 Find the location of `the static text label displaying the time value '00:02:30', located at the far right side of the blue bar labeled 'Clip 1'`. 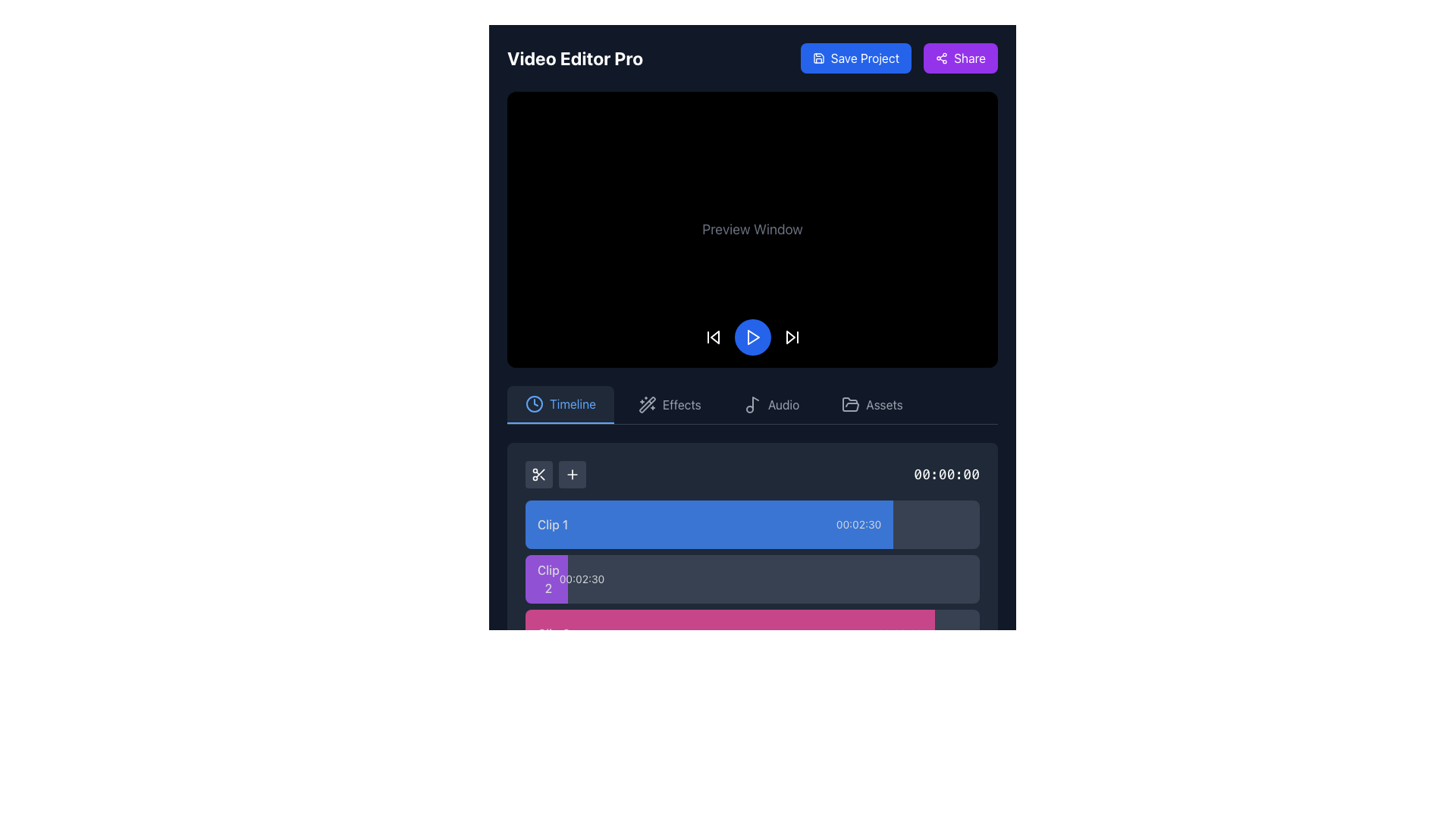

the static text label displaying the time value '00:02:30', located at the far right side of the blue bar labeled 'Clip 1' is located at coordinates (858, 523).